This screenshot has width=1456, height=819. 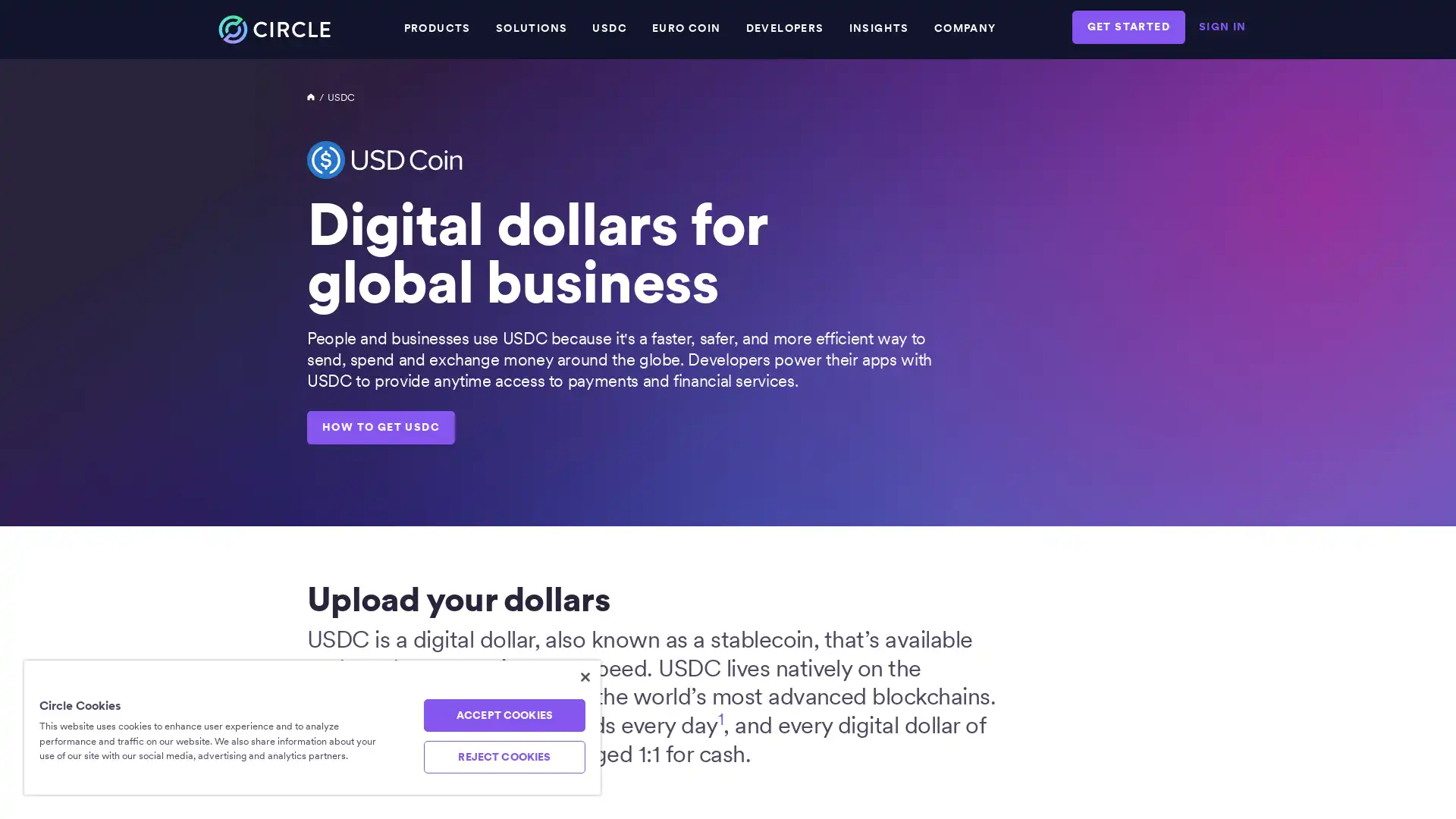 I want to click on REJECT COOKIES, so click(x=504, y=757).